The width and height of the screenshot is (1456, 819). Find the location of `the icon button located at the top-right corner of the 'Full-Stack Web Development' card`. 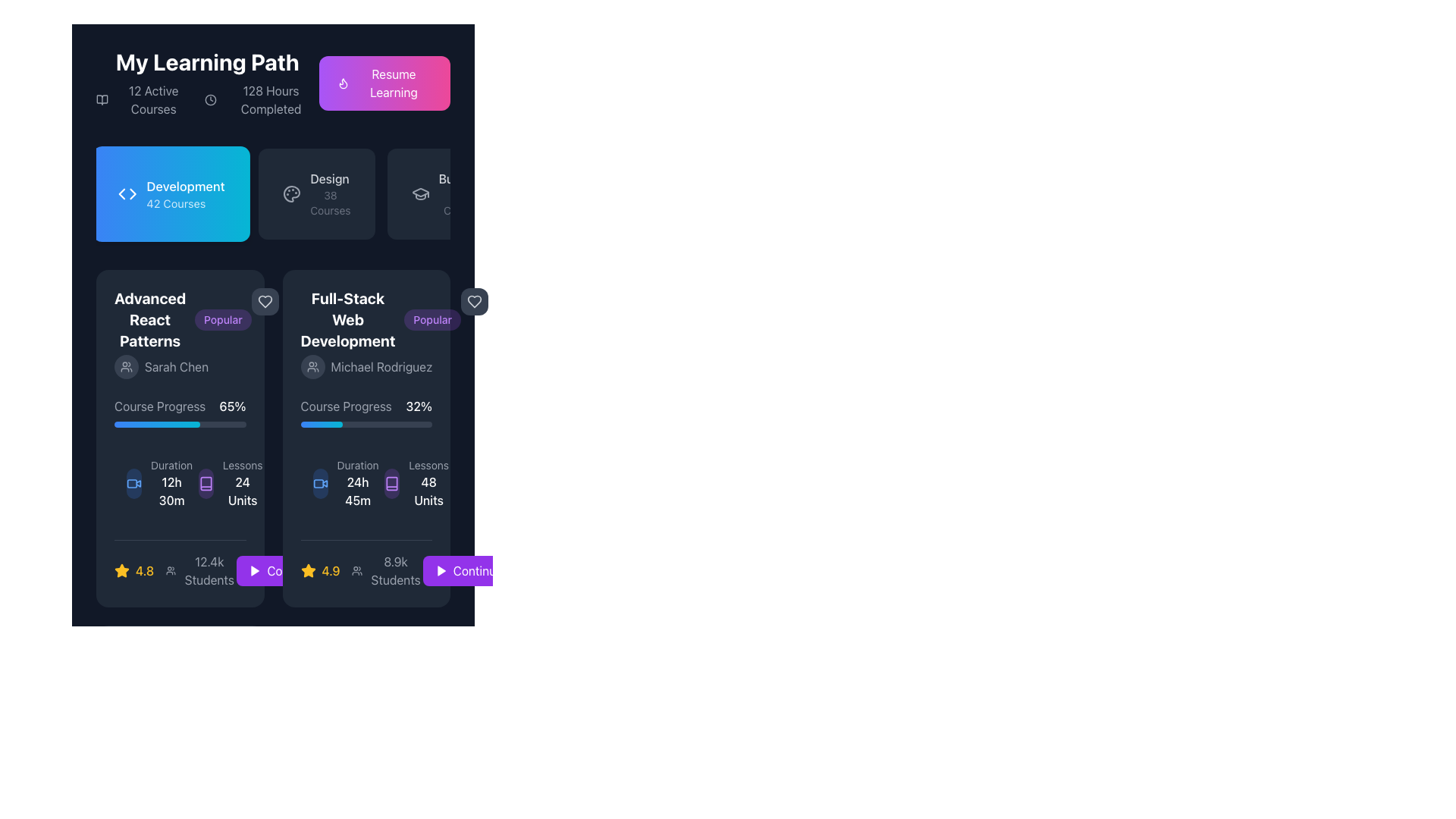

the icon button located at the top-right corner of the 'Full-Stack Web Development' card is located at coordinates (473, 301).